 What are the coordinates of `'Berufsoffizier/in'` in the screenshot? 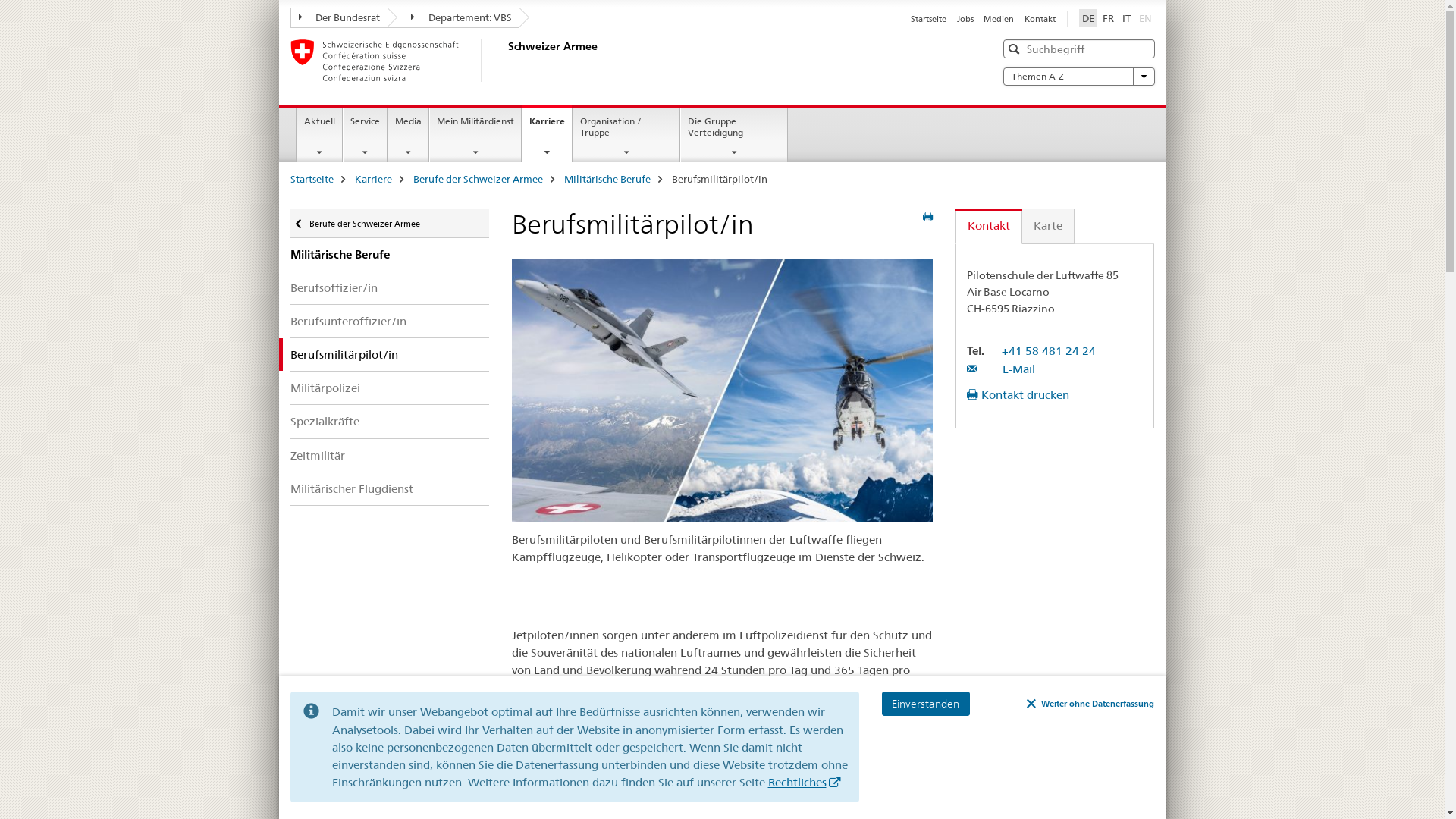 It's located at (290, 287).